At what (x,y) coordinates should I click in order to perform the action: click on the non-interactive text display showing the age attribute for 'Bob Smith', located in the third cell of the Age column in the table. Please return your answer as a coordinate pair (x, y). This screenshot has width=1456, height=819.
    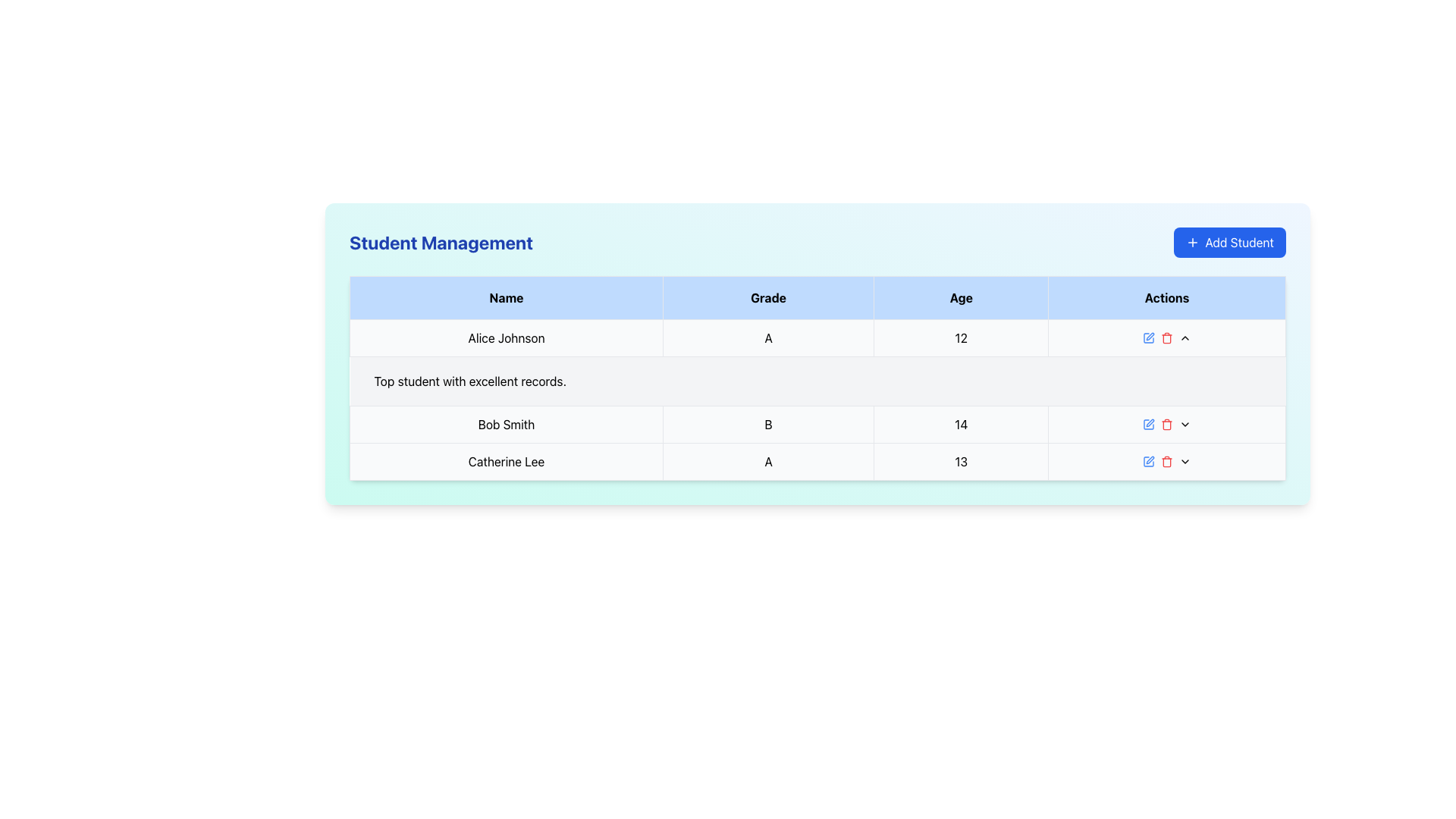
    Looking at the image, I should click on (960, 424).